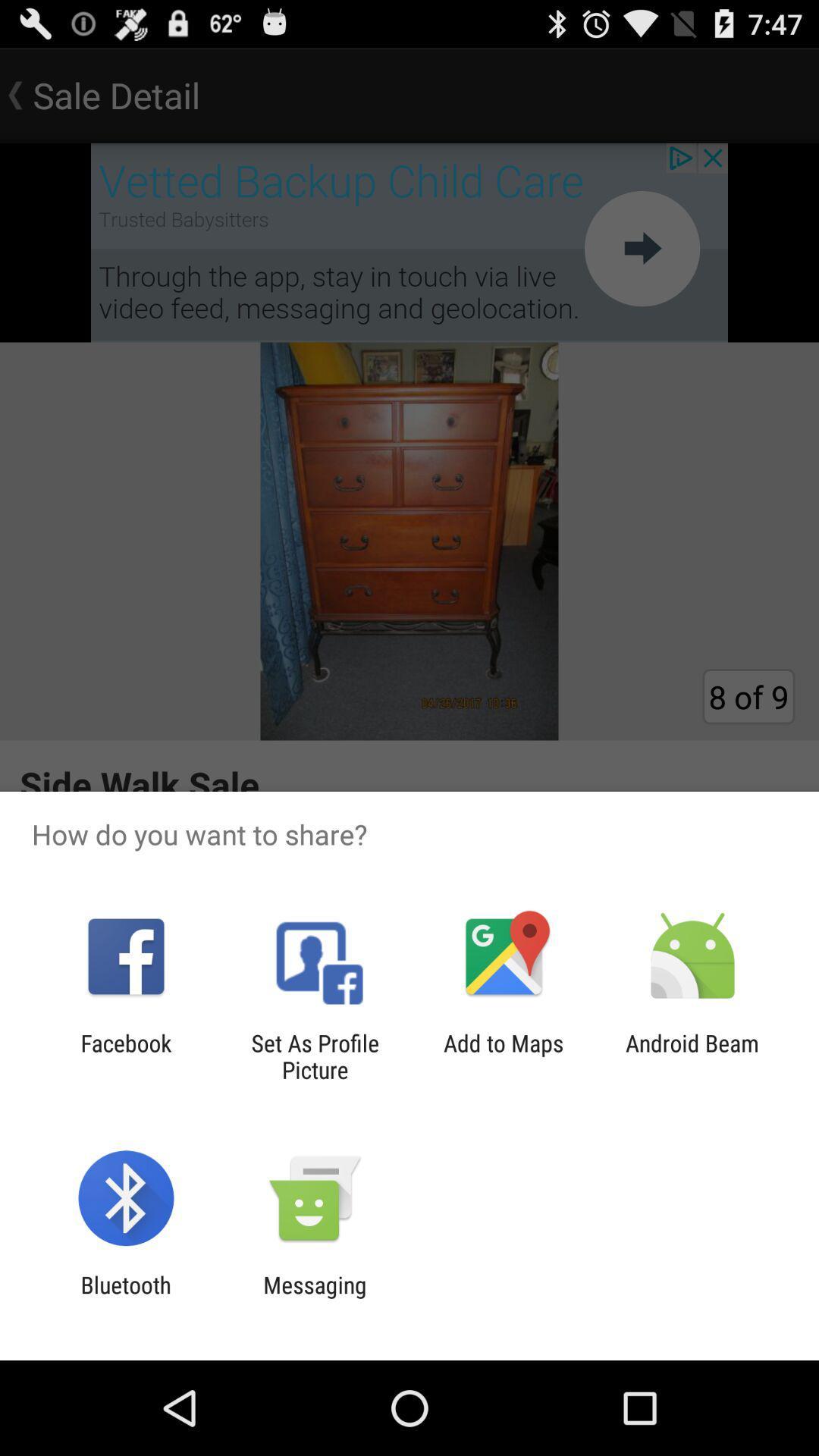 The width and height of the screenshot is (819, 1456). I want to click on the app to the right of add to maps icon, so click(692, 1056).